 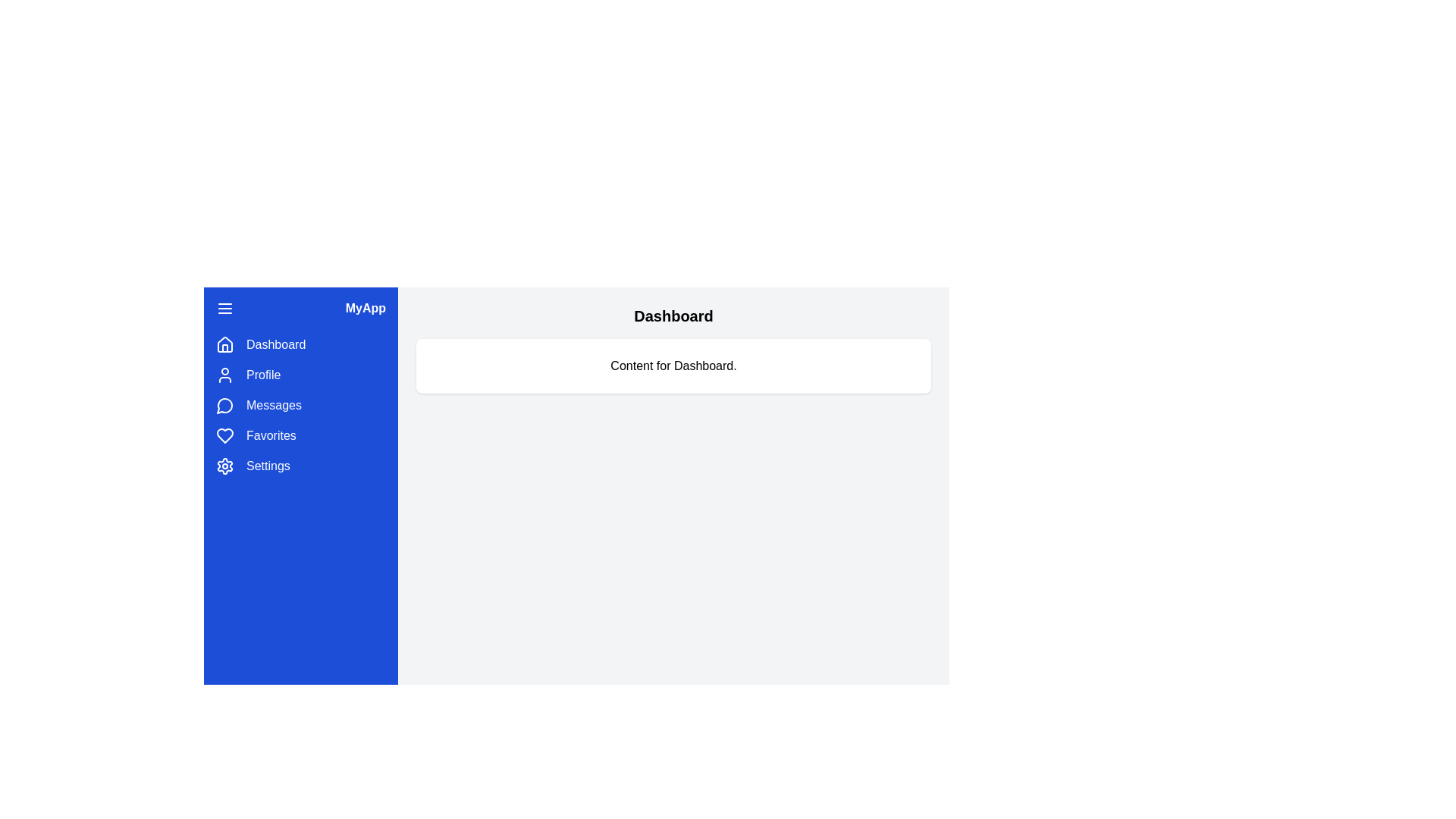 I want to click on the user silhouette icon in the vertical navigation menu, located to the left of the 'Profile' text, so click(x=224, y=375).